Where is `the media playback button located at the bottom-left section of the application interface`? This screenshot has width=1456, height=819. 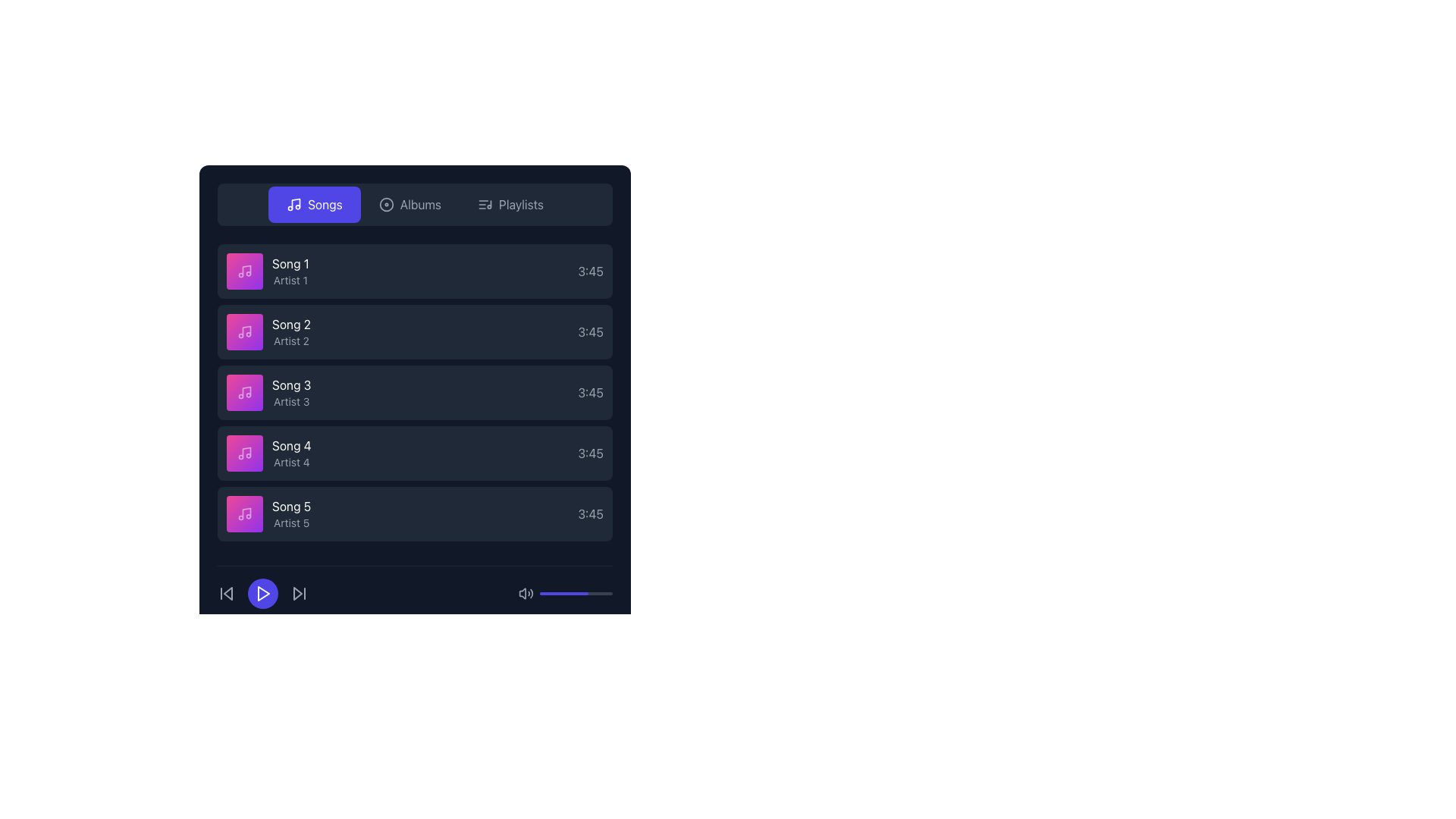 the media playback button located at the bottom-left section of the application interface is located at coordinates (262, 593).